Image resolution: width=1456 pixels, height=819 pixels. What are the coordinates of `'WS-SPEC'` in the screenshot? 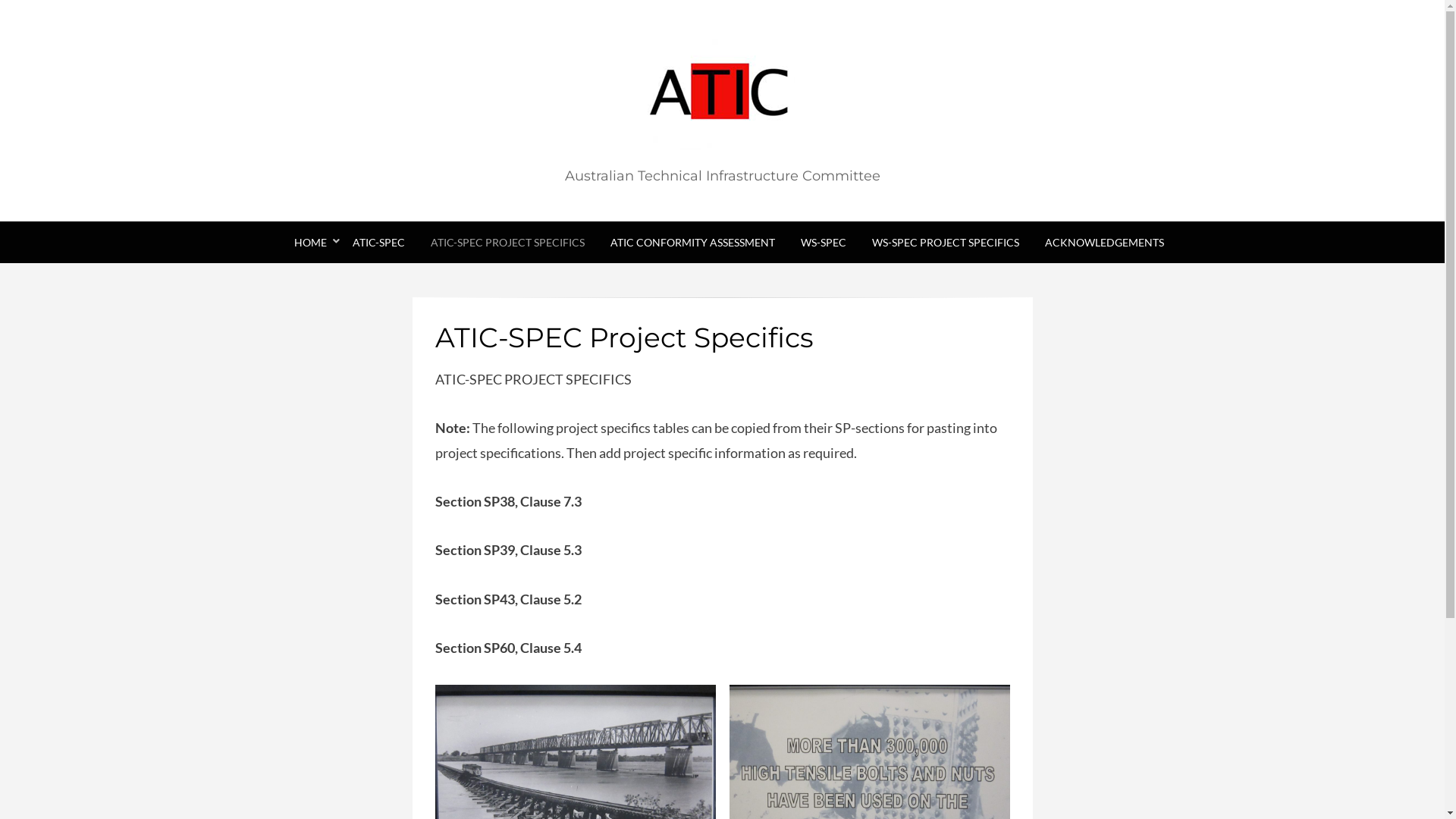 It's located at (821, 241).